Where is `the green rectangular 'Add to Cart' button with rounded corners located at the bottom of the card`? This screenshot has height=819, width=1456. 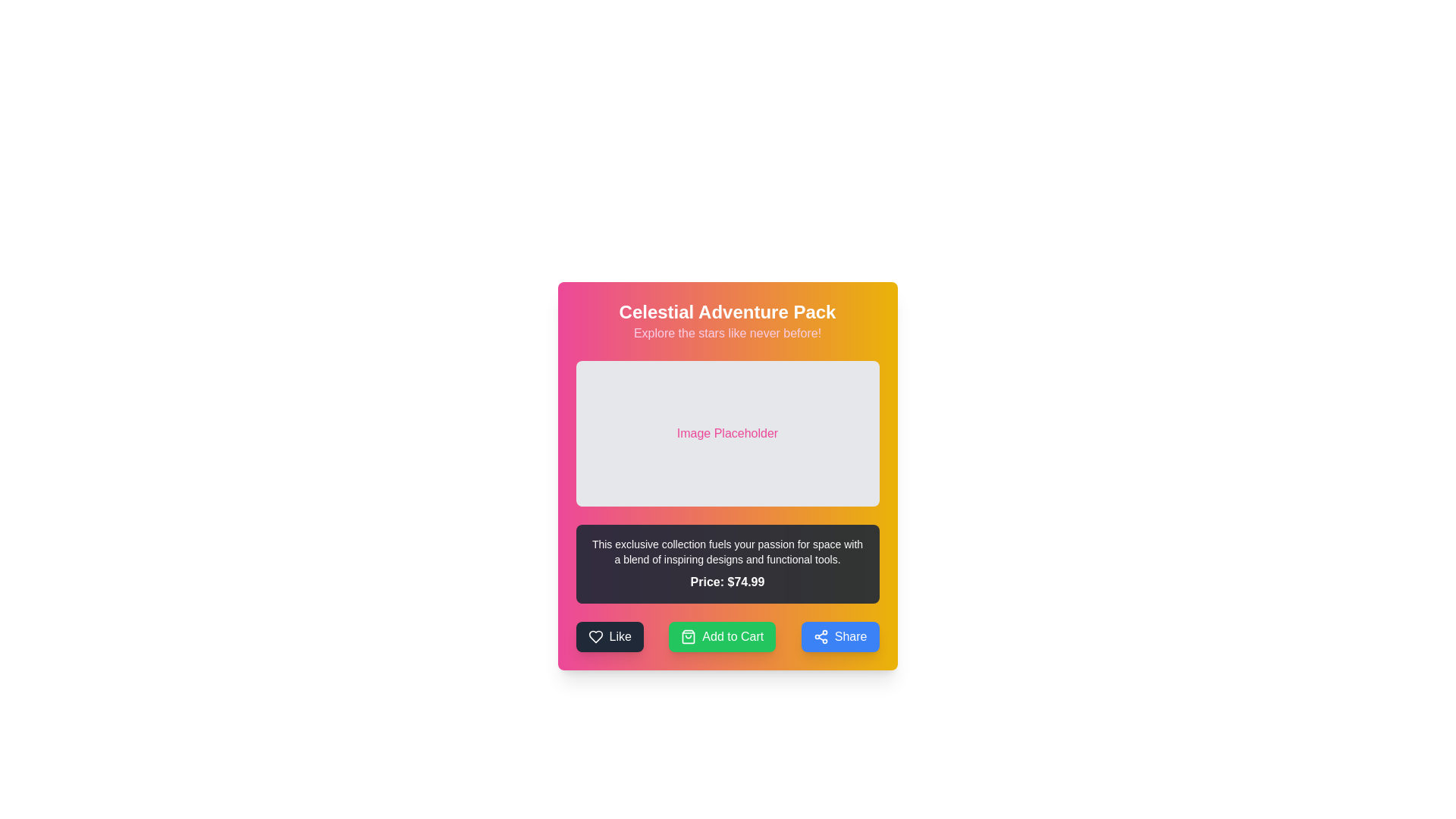 the green rectangular 'Add to Cart' button with rounded corners located at the bottom of the card is located at coordinates (726, 637).